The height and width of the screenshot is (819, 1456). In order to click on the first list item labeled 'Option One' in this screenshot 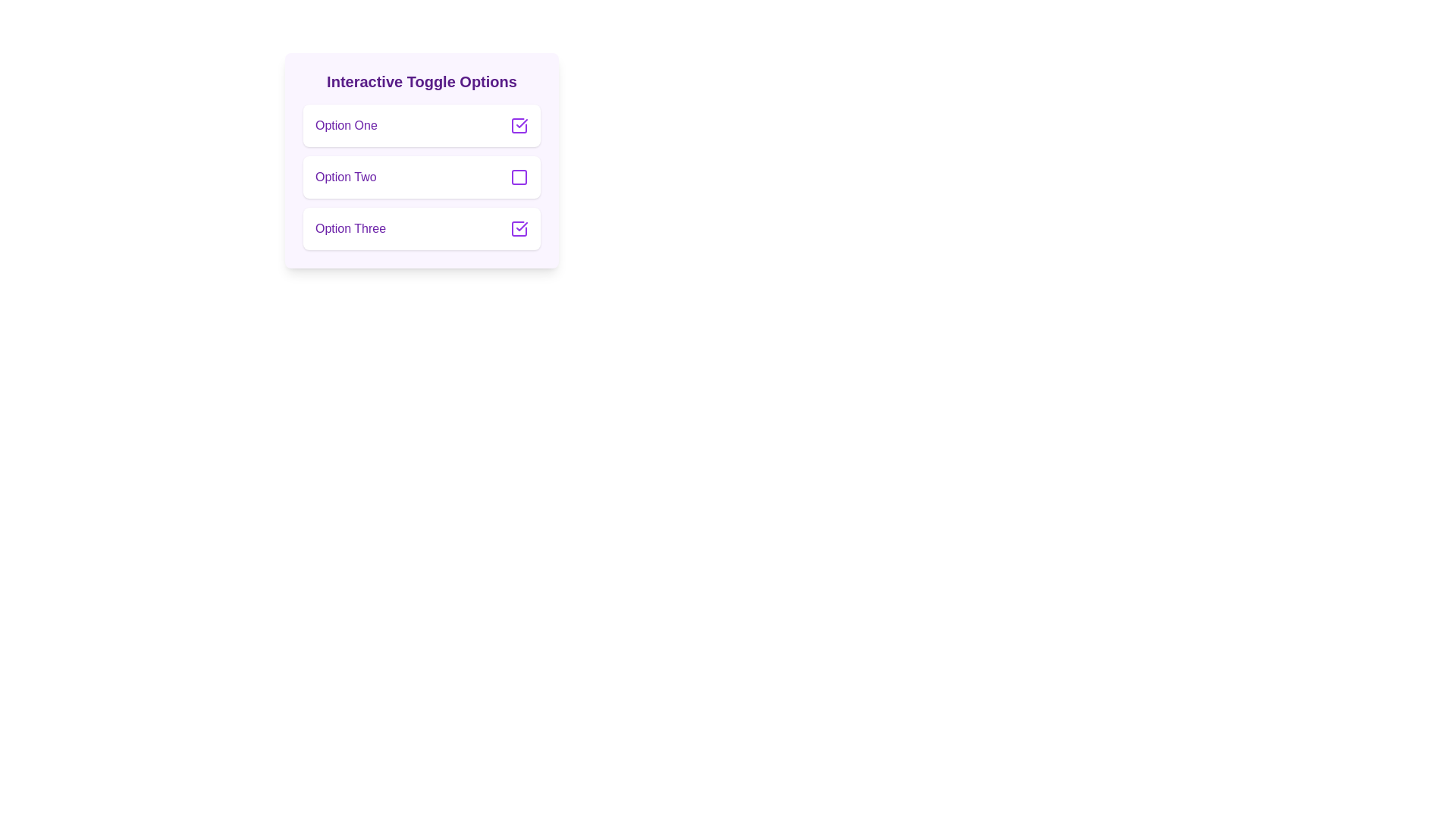, I will do `click(422, 124)`.